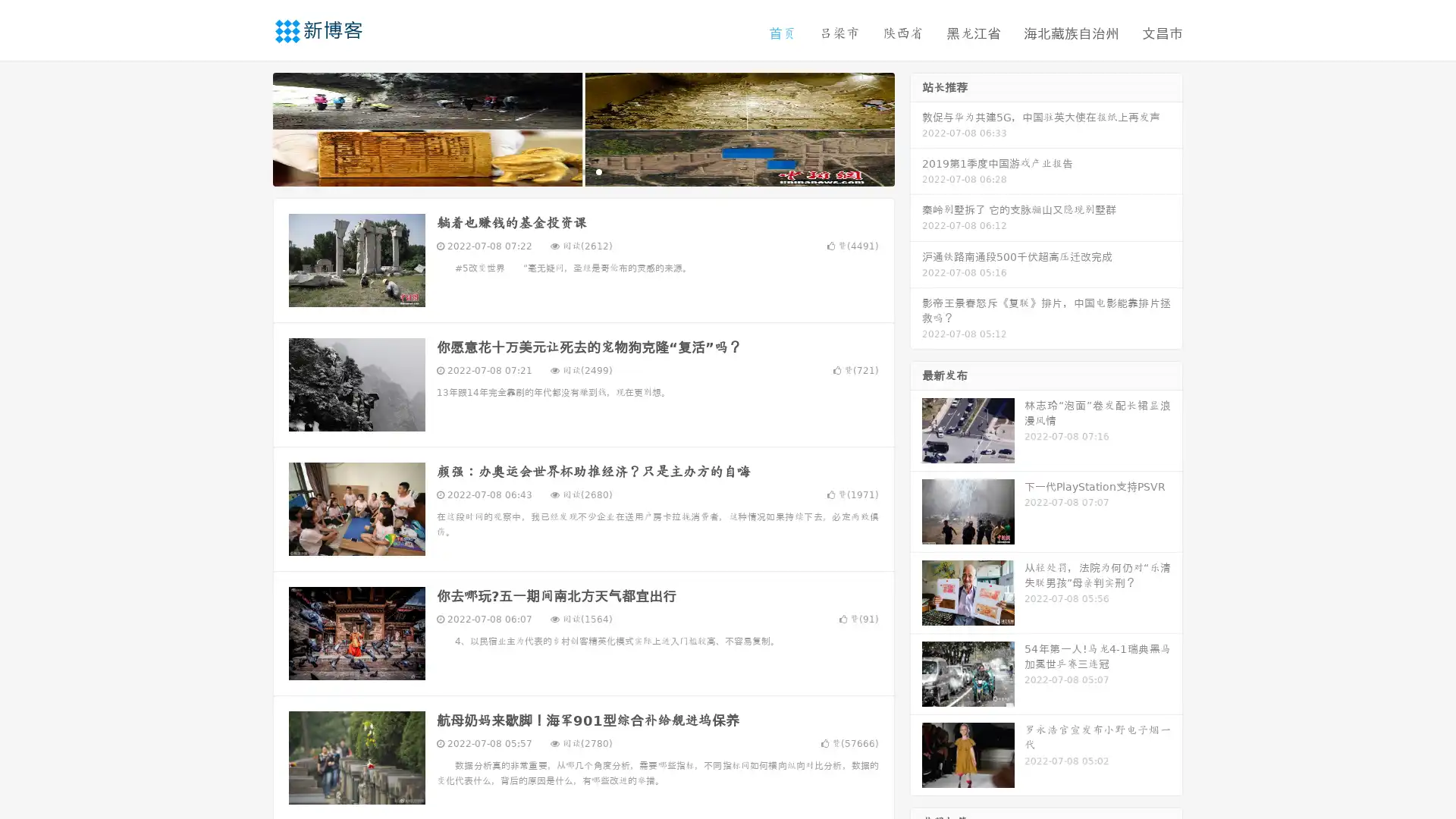 Image resolution: width=1456 pixels, height=819 pixels. What do you see at coordinates (916, 127) in the screenshot?
I see `Next slide` at bounding box center [916, 127].